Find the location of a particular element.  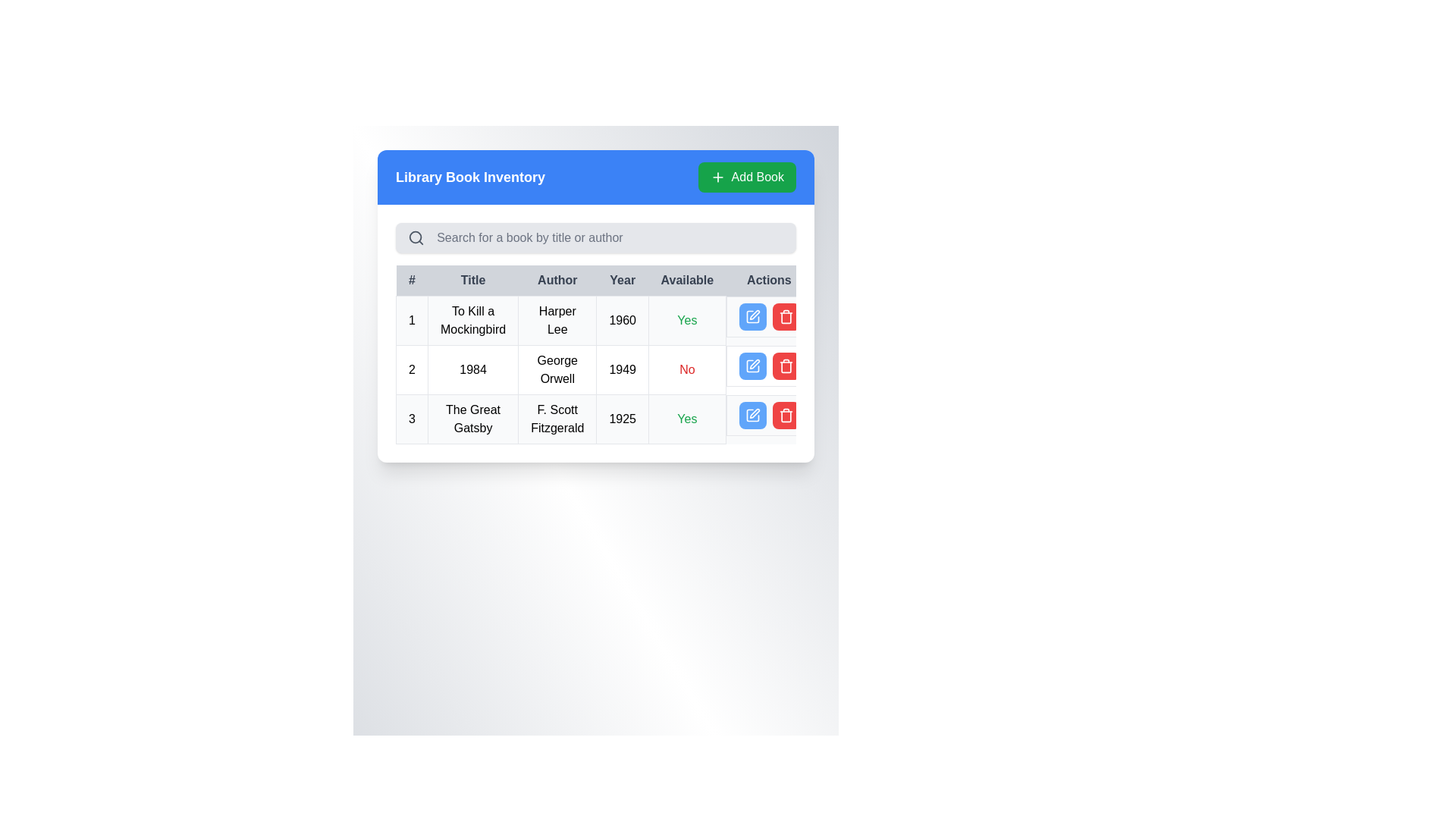

the small square-shaped icon button with a pen overlay, located in the actions column of the third row in the table is located at coordinates (752, 315).